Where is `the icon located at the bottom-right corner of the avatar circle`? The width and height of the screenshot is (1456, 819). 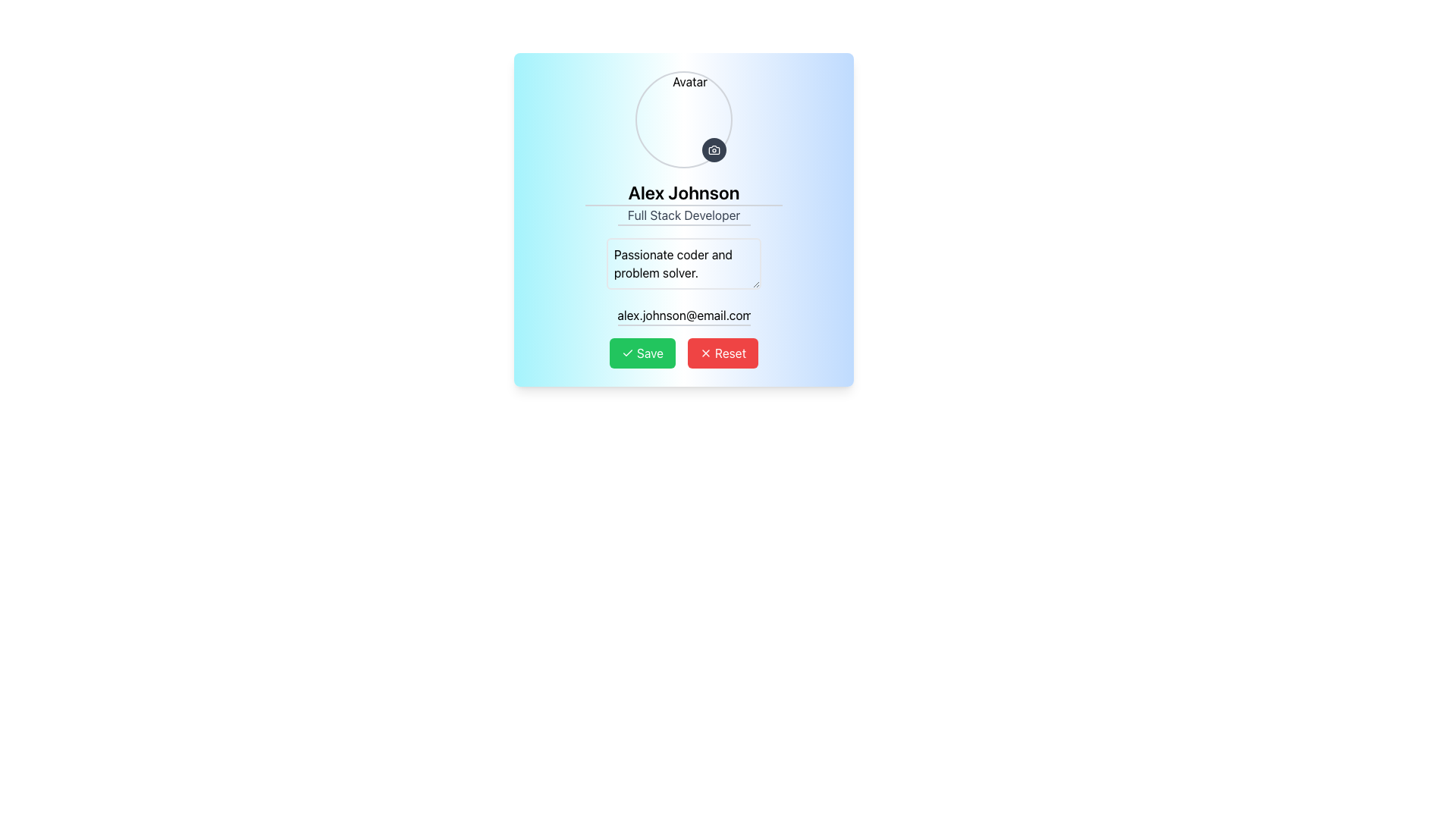 the icon located at the bottom-right corner of the avatar circle is located at coordinates (713, 149).